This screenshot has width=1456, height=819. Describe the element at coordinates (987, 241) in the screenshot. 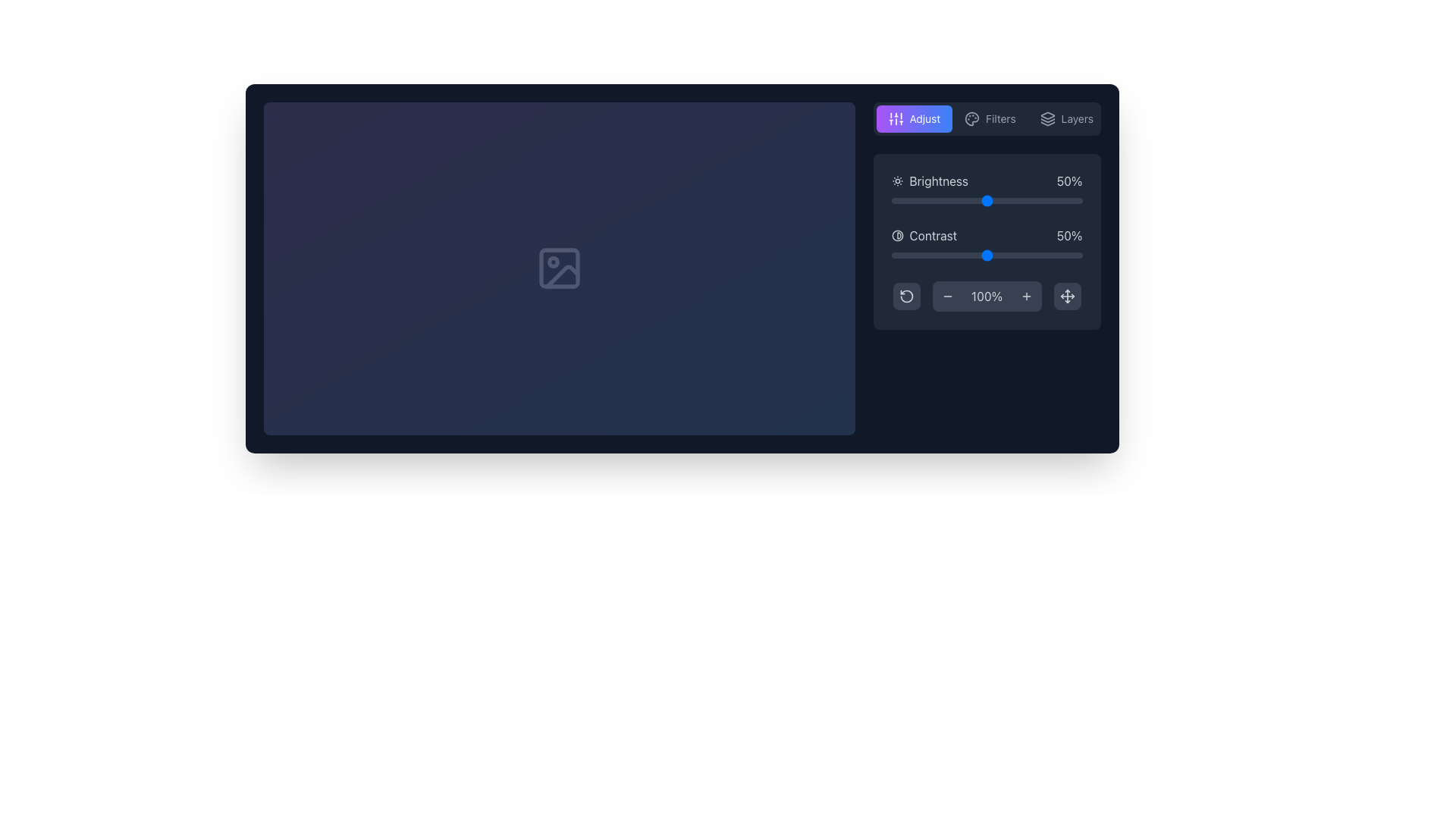

I see `the interactive buttons within the composite UI component for brightness and contrast adjustments, which includes labeled sliders and reset controls` at that location.